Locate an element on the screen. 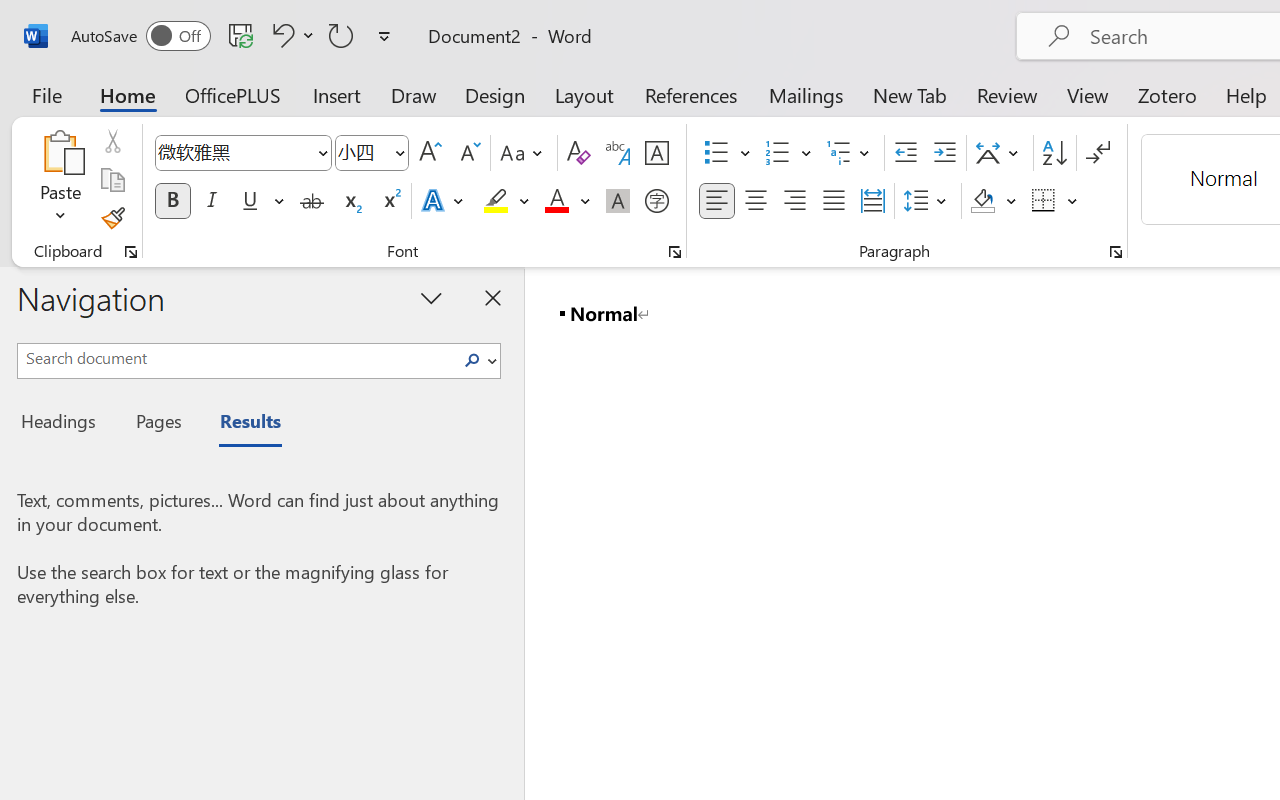 The height and width of the screenshot is (800, 1280). 'File Tab' is located at coordinates (46, 94).